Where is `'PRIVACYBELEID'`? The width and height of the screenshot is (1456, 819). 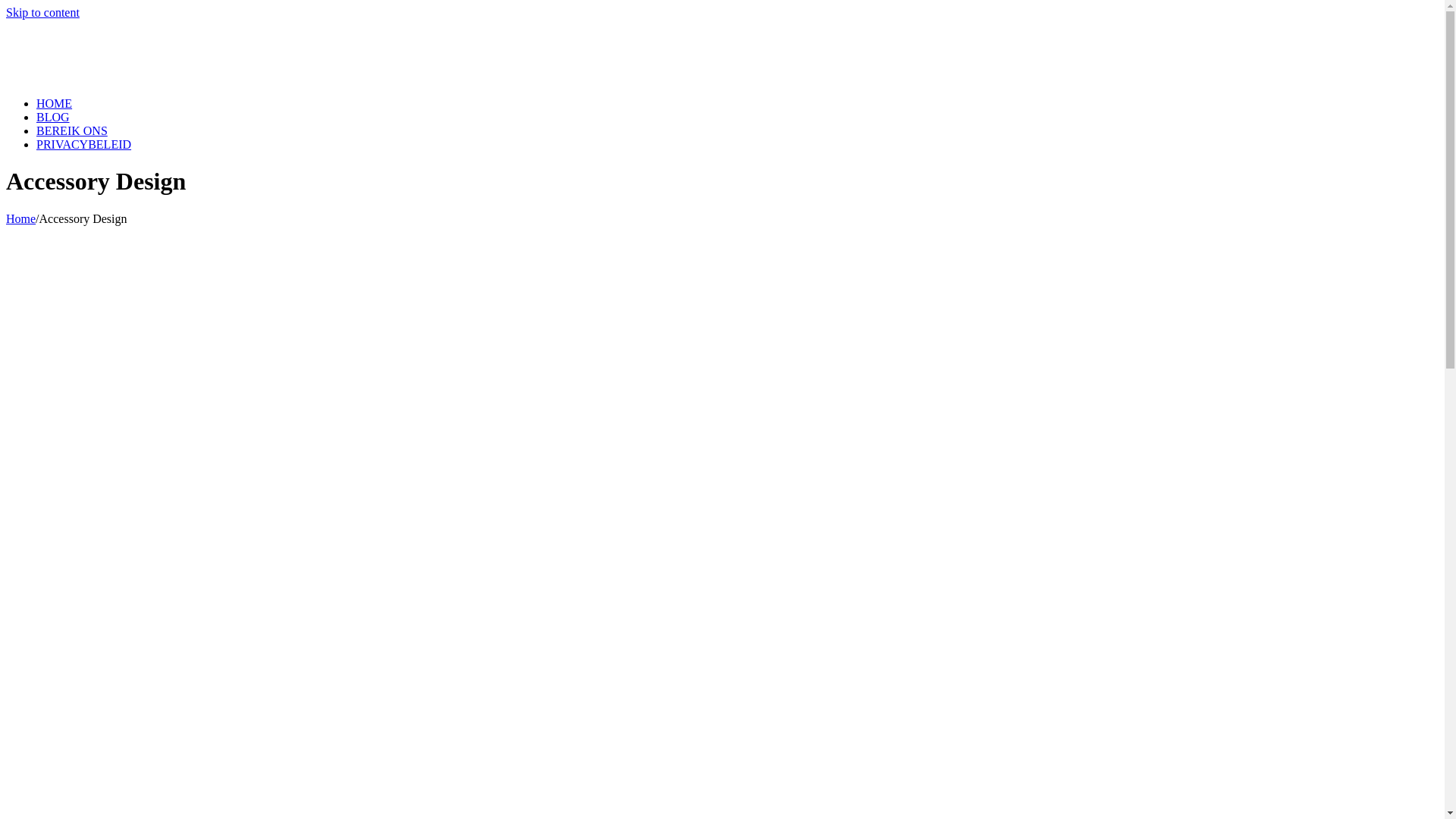
'PRIVACYBELEID' is located at coordinates (83, 144).